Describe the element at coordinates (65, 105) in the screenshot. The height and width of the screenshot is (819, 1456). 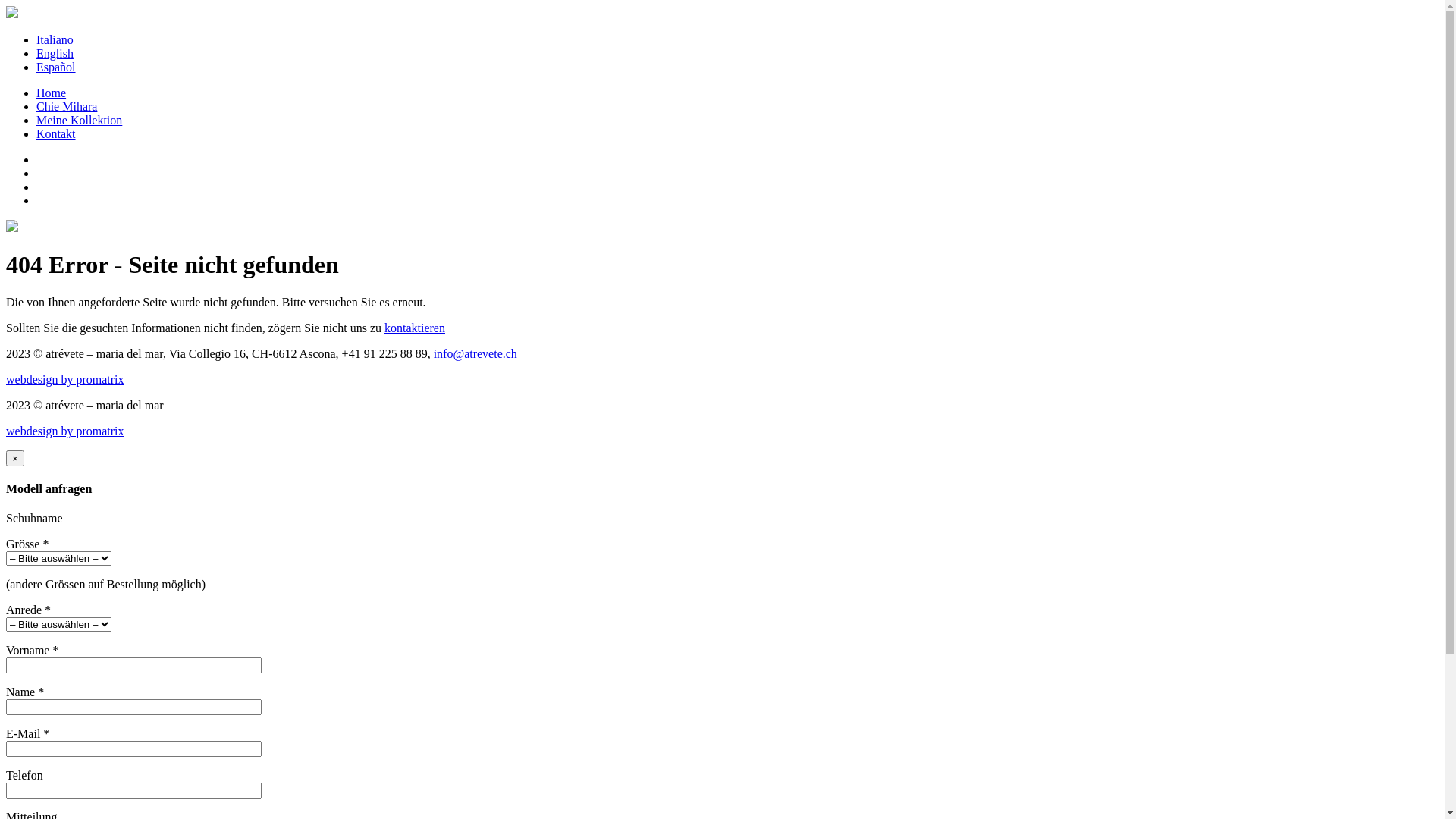
I see `'Chie Mihara'` at that location.